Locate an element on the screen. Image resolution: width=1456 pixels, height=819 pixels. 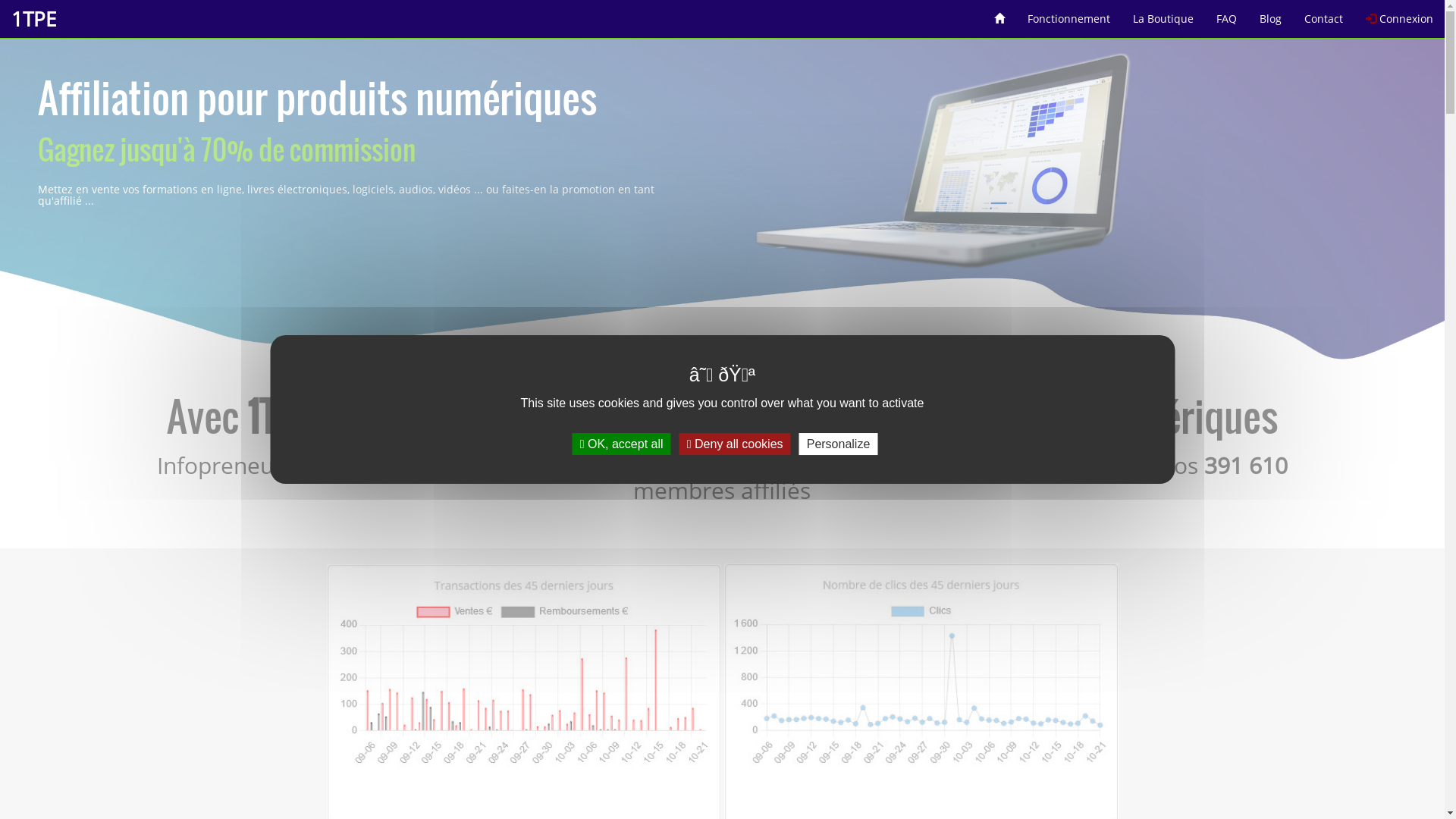
'Personalize' is located at coordinates (837, 444).